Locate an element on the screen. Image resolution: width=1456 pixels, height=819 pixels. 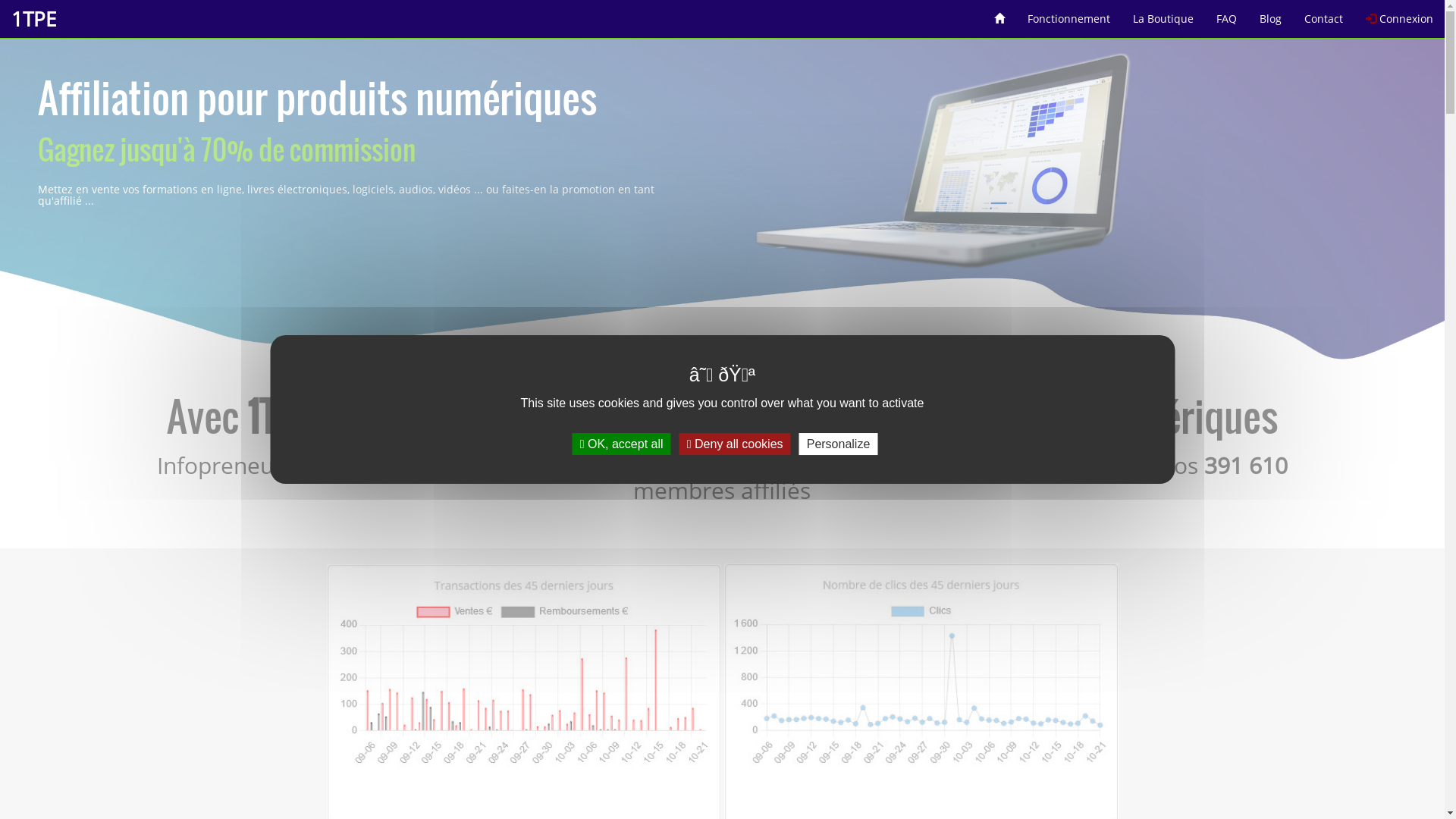
'Personalize' is located at coordinates (837, 444).